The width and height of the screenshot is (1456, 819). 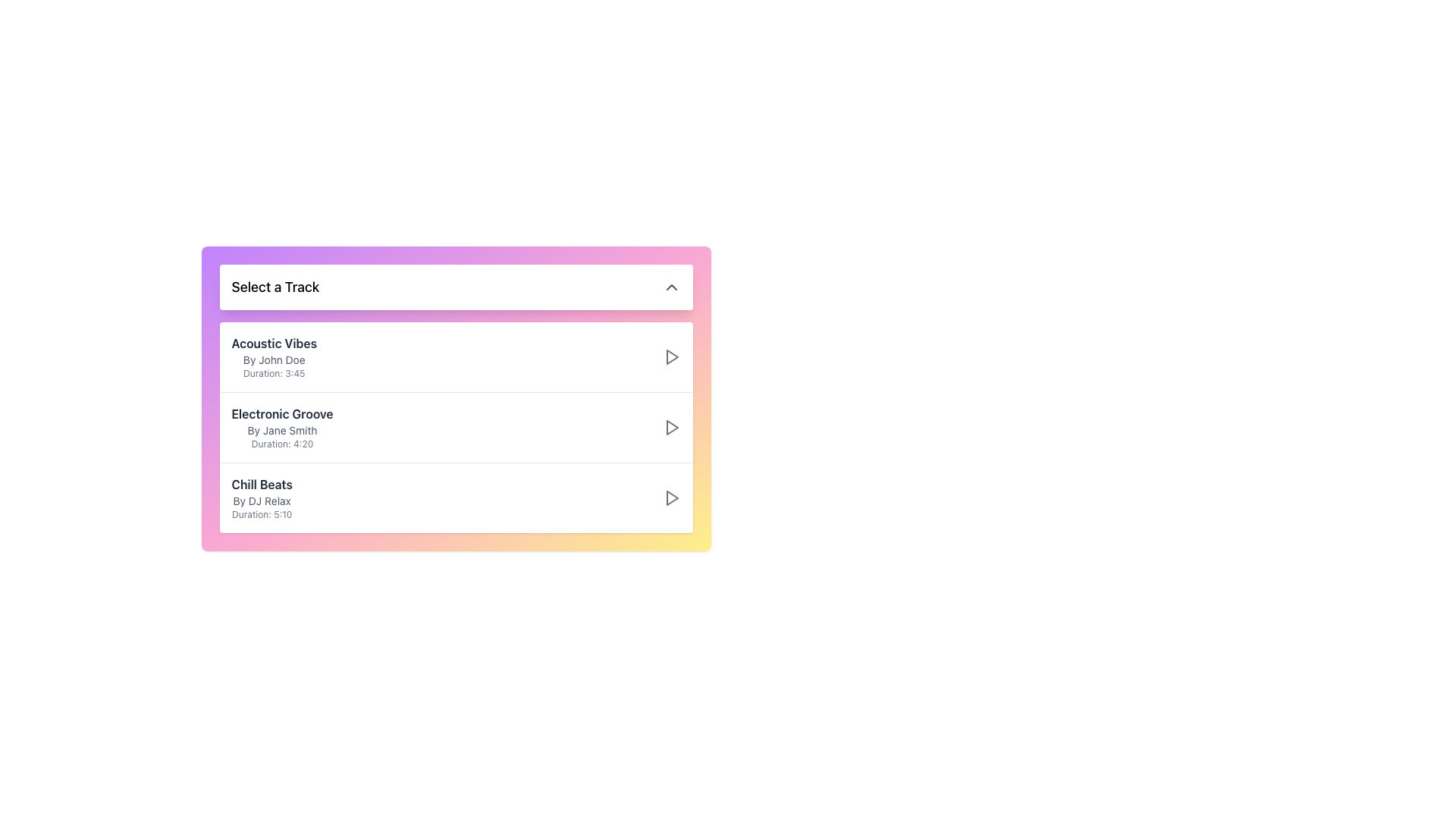 I want to click on the text snippet displaying 'By DJ Relax', which is styled in light gray and located in the middle section of the interface below the title 'Chill Beats', so click(x=262, y=500).